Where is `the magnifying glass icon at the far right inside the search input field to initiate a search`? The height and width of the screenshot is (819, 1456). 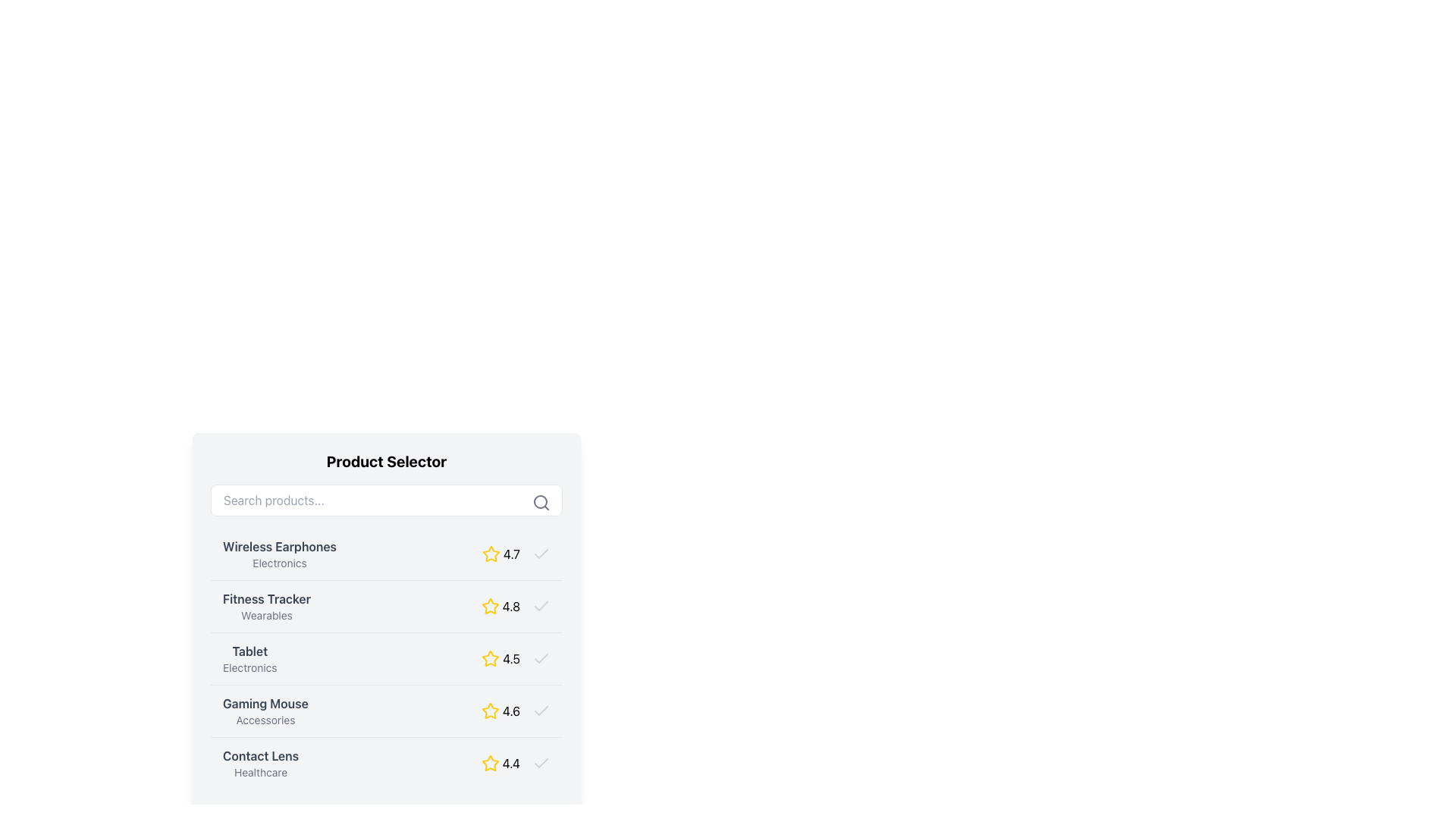
the magnifying glass icon at the far right inside the search input field to initiate a search is located at coordinates (541, 503).